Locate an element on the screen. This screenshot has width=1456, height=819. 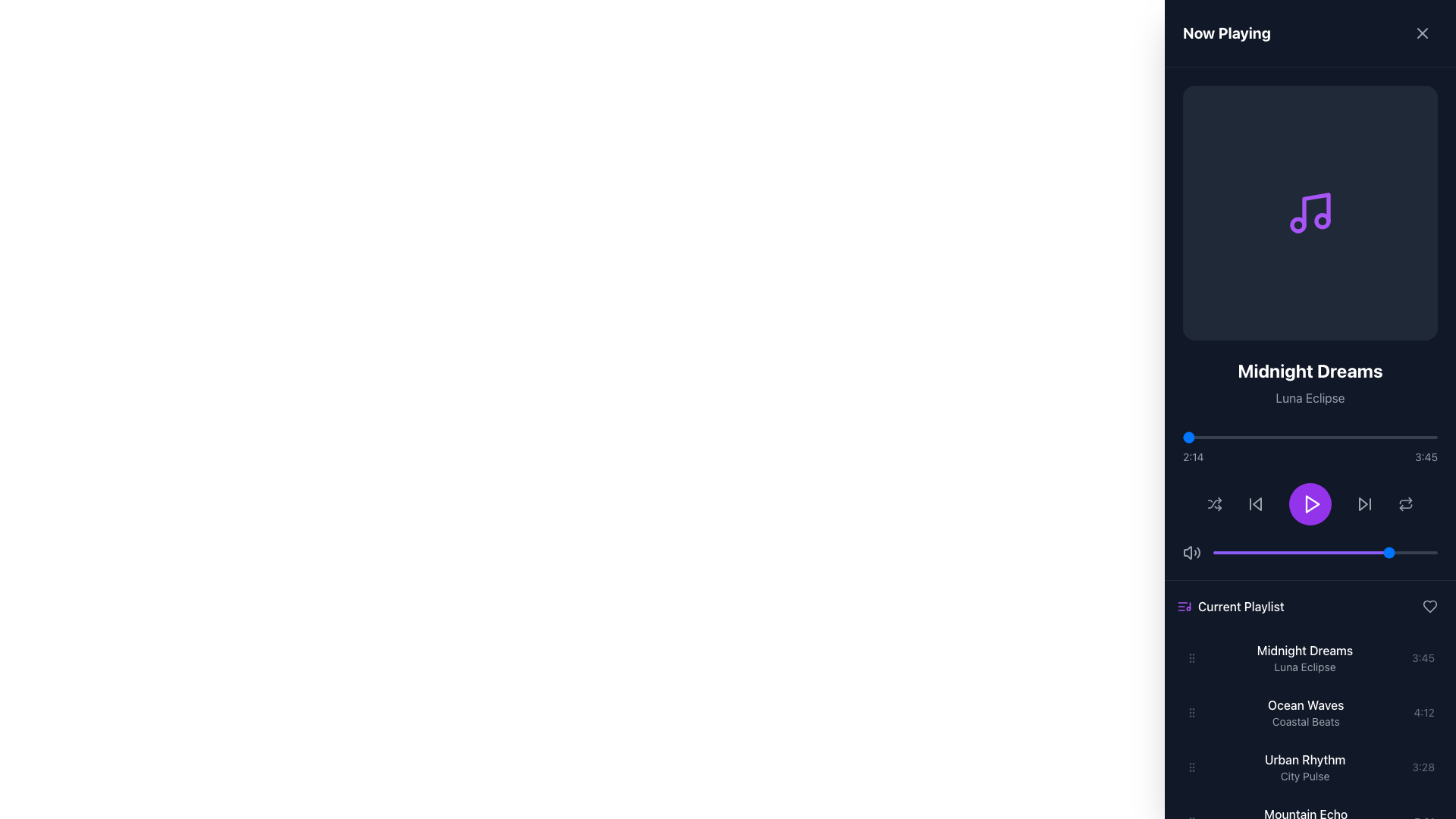
the static text label displaying the title of the current track in the 'Current Playlist' section is located at coordinates (1304, 649).